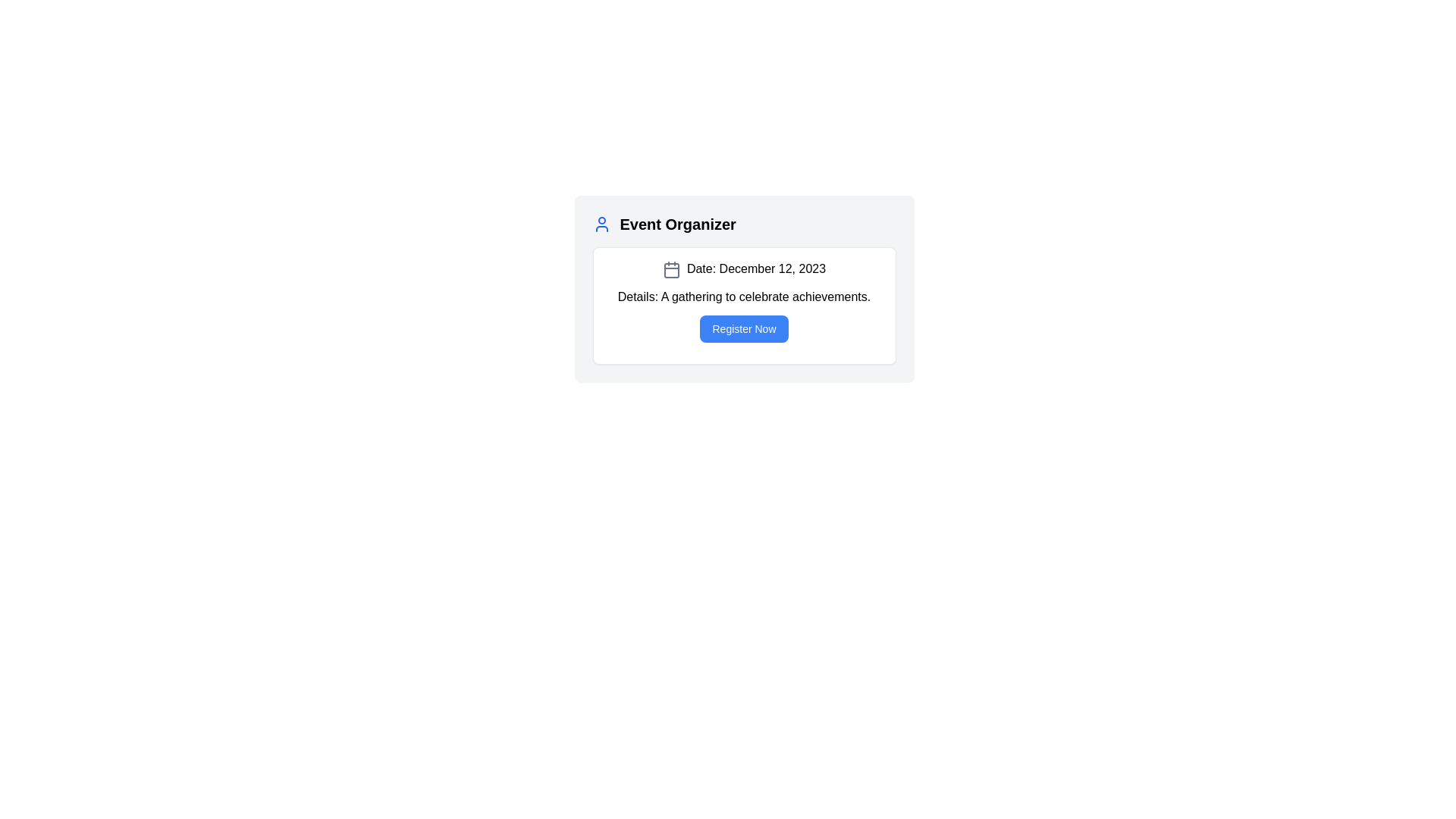  What do you see at coordinates (744, 328) in the screenshot?
I see `the registration button located centrally within the 'Event Organizer' card to initiate the registration process` at bounding box center [744, 328].